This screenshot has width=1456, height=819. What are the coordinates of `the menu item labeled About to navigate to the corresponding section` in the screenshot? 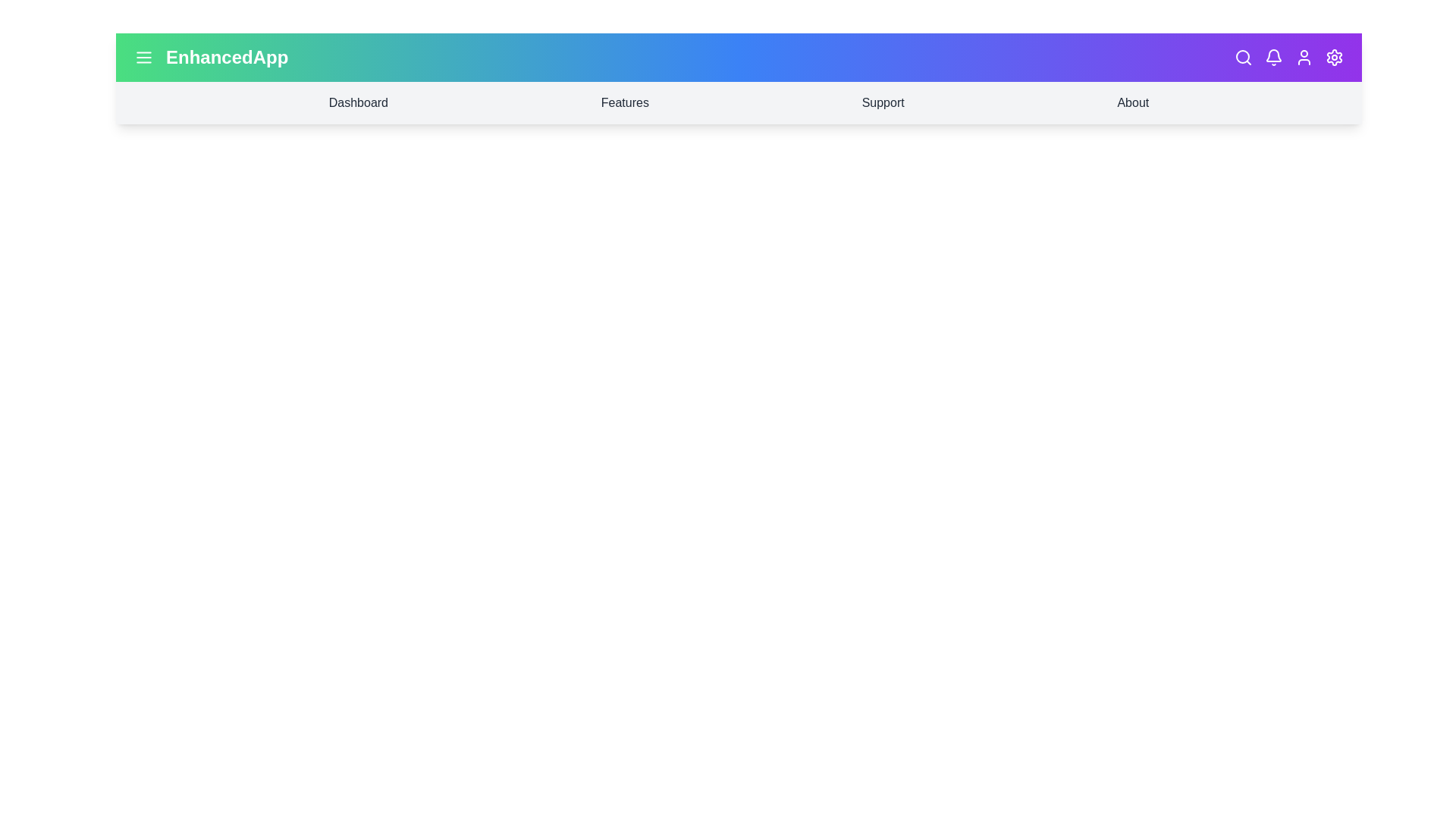 It's located at (1133, 102).